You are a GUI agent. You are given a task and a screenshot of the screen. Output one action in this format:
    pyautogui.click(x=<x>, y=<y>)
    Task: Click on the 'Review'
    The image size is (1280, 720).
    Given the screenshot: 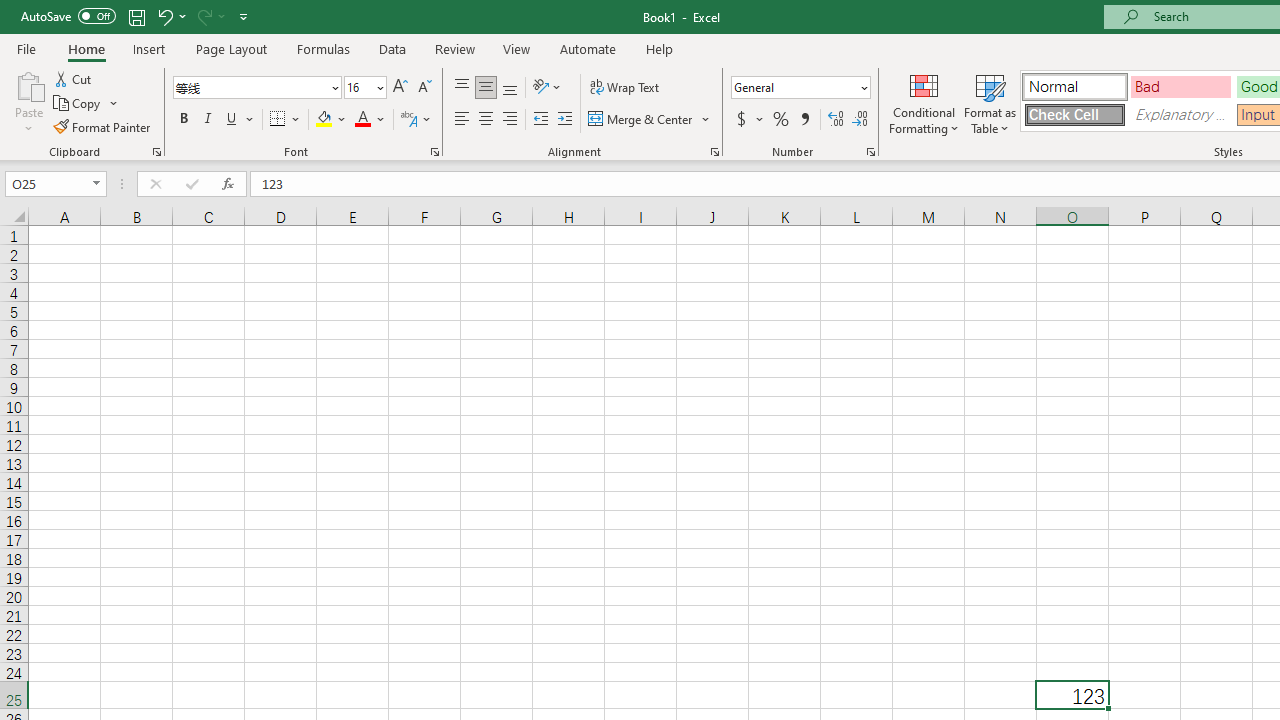 What is the action you would take?
    pyautogui.click(x=454, y=48)
    